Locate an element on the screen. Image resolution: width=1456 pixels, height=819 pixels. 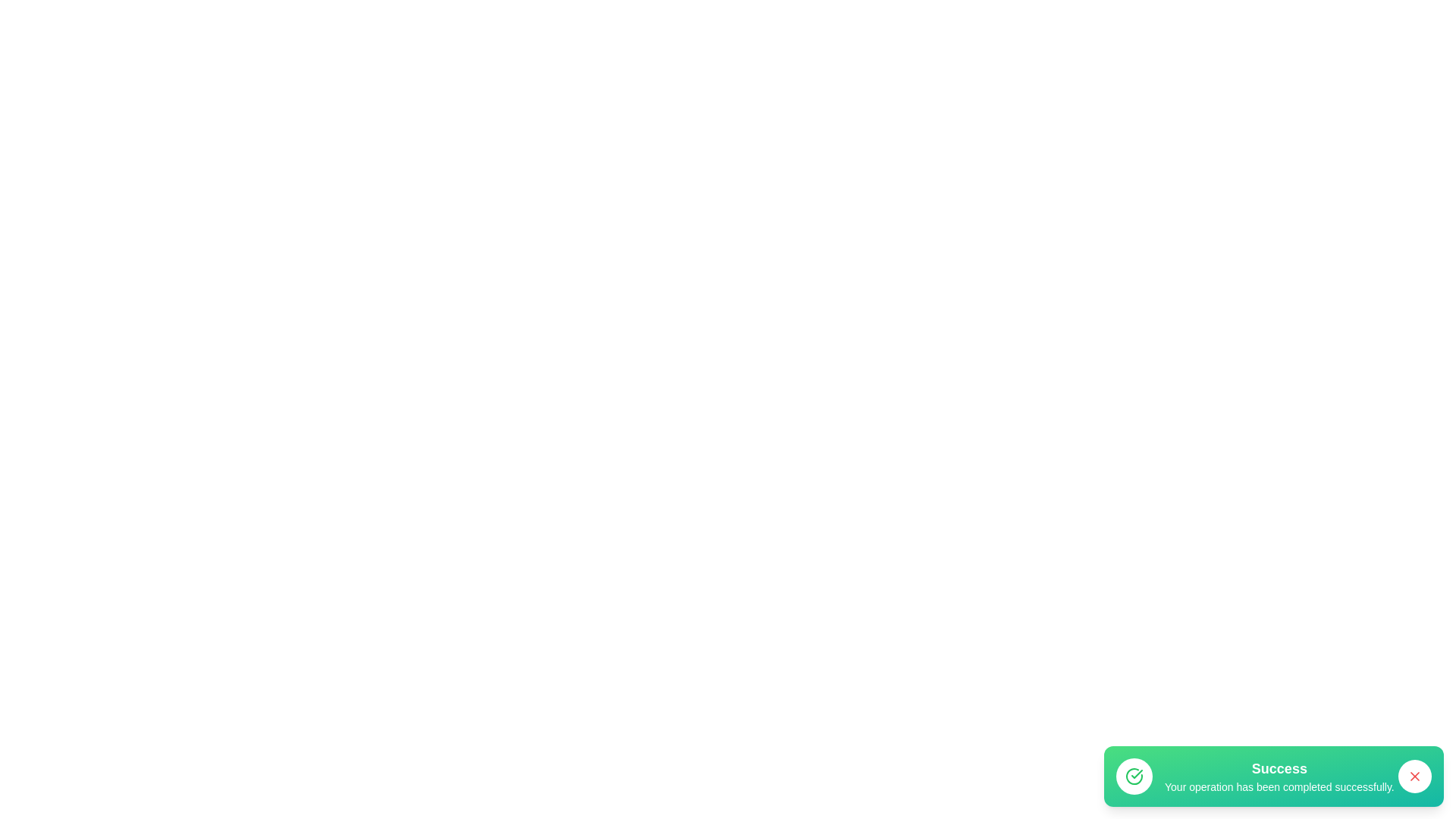
the close button of the snackbar to close it is located at coordinates (1414, 776).